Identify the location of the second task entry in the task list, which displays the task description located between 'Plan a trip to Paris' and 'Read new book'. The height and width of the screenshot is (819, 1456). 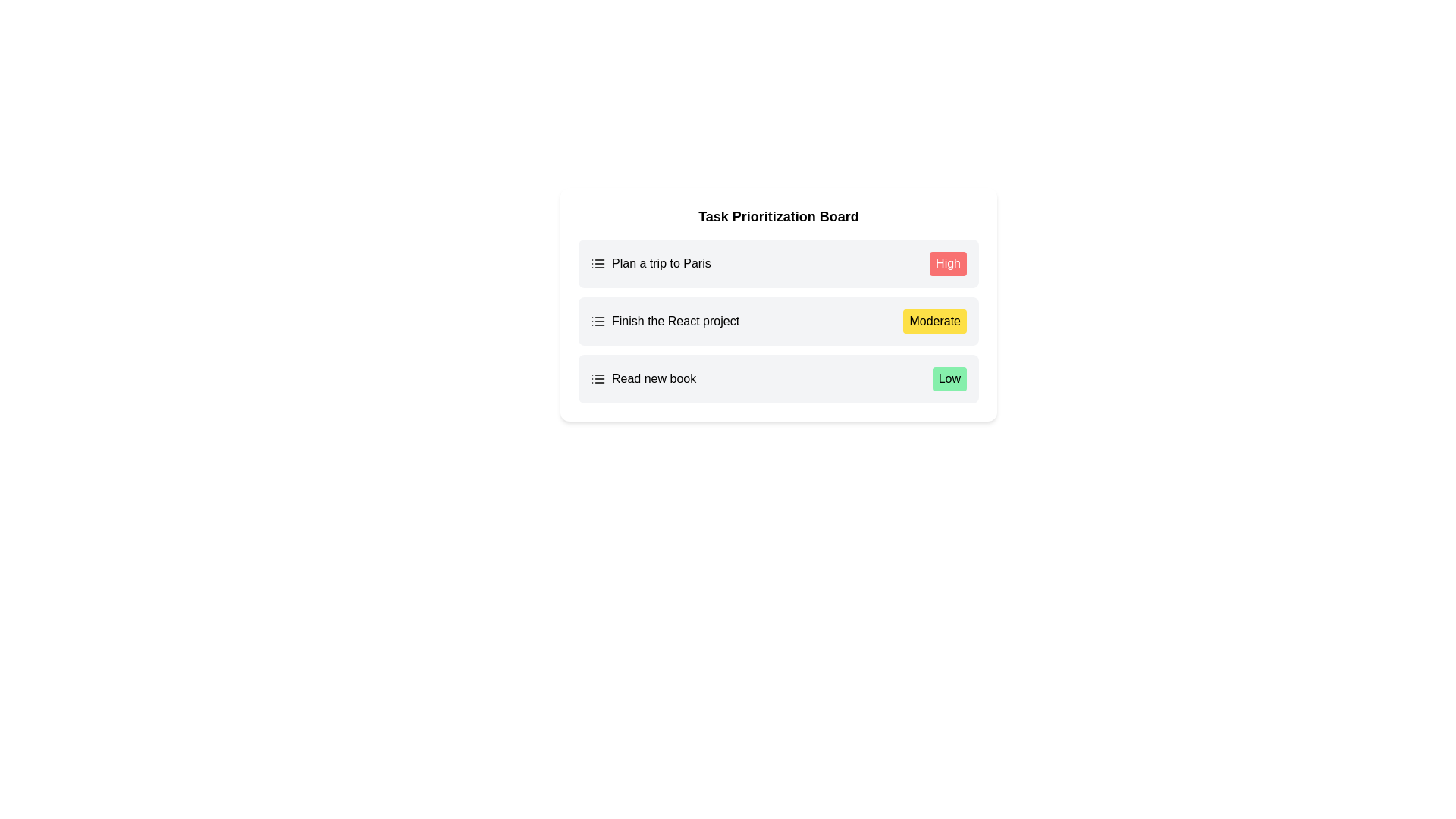
(675, 321).